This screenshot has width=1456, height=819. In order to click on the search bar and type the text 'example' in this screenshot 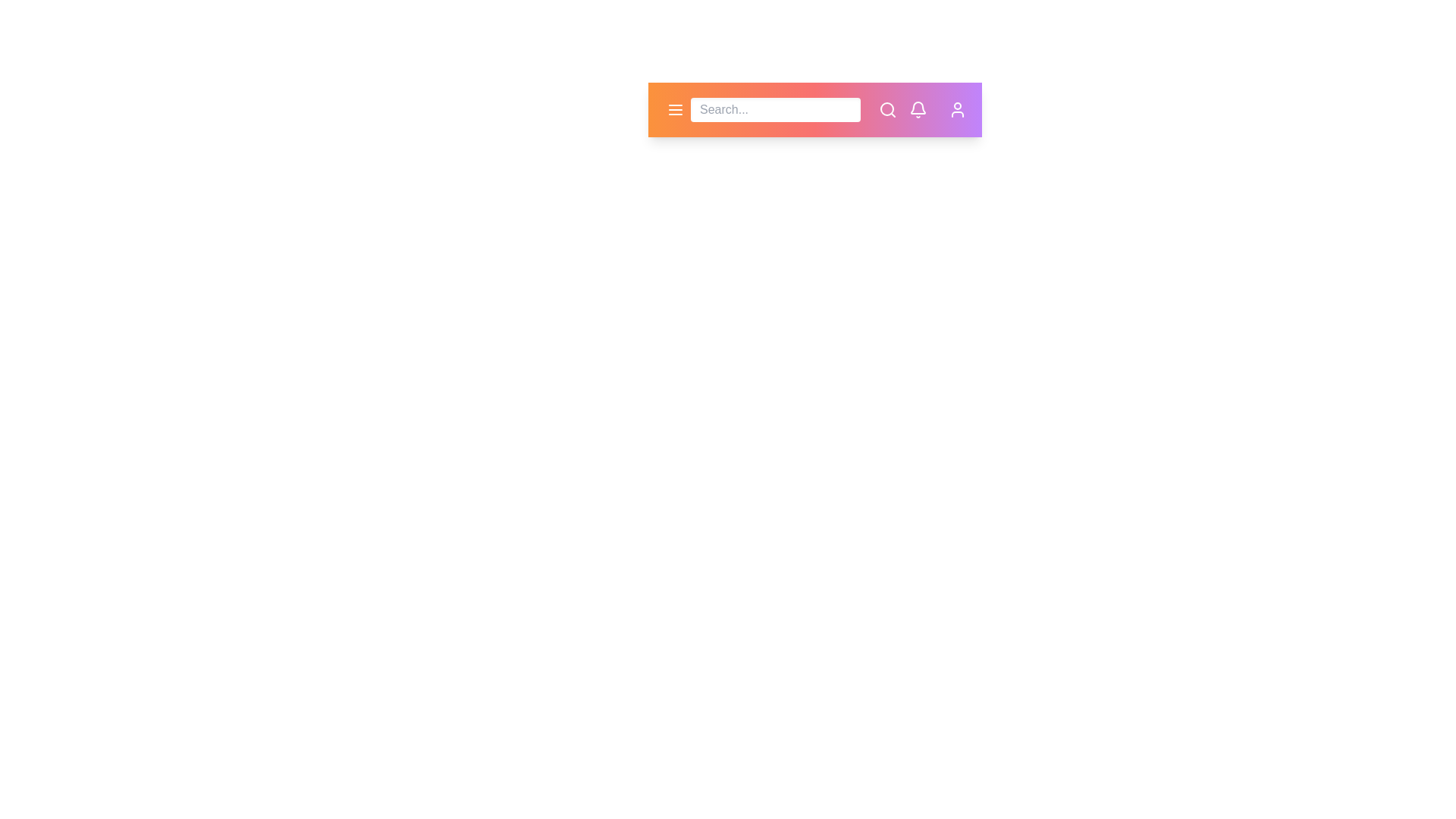, I will do `click(775, 109)`.